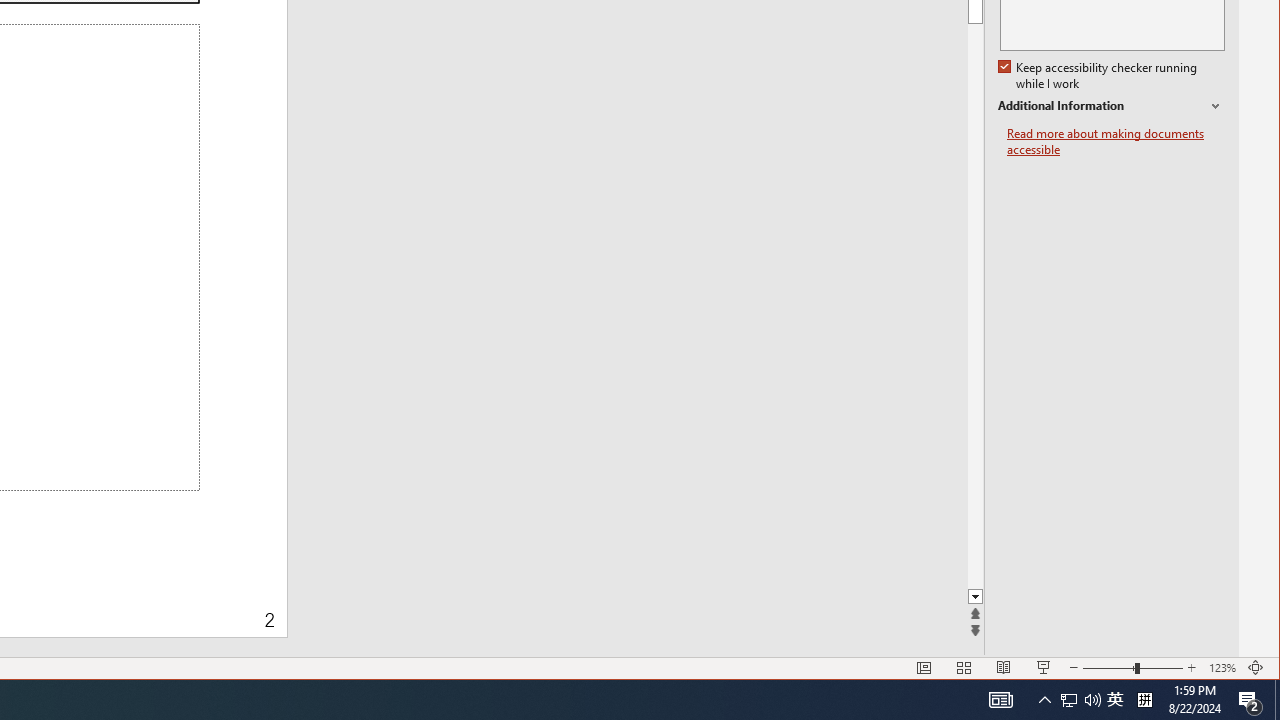  What do you see at coordinates (1098, 75) in the screenshot?
I see `'Keep accessibility checker running while I work'` at bounding box center [1098, 75].